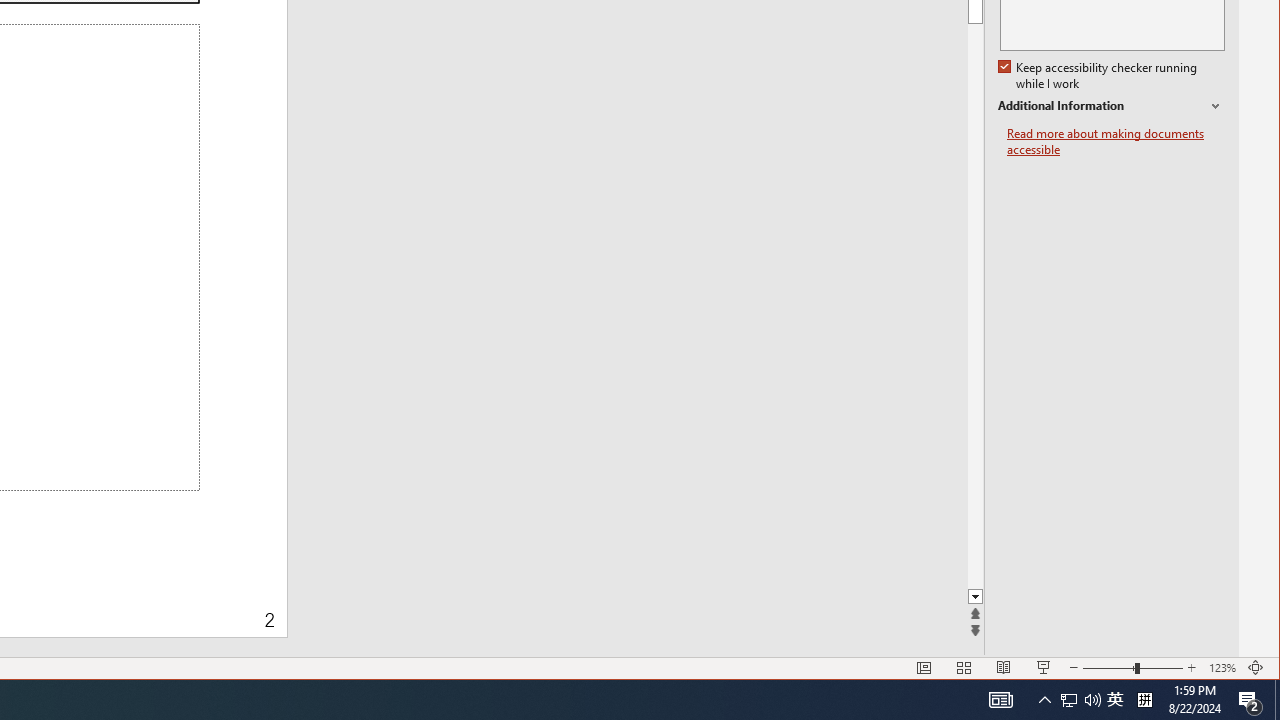  What do you see at coordinates (1098, 75) in the screenshot?
I see `'Keep accessibility checker running while I work'` at bounding box center [1098, 75].